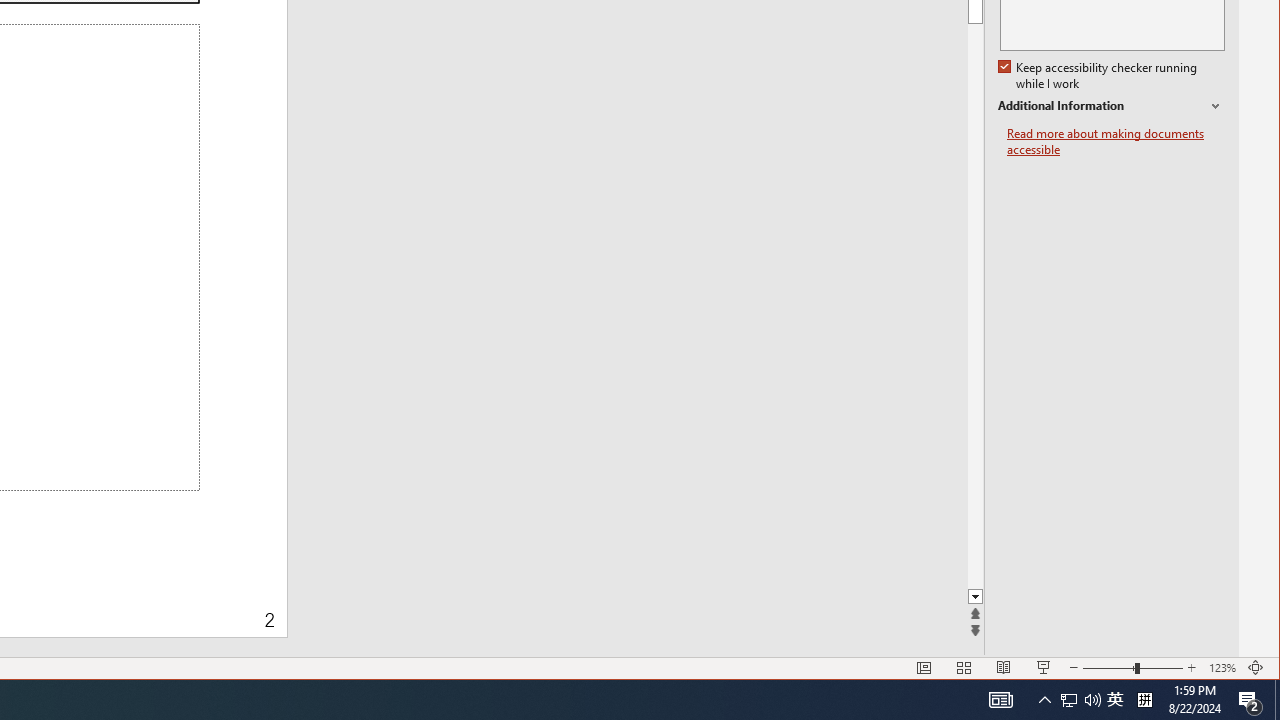  What do you see at coordinates (1098, 75) in the screenshot?
I see `'Keep accessibility checker running while I work'` at bounding box center [1098, 75].